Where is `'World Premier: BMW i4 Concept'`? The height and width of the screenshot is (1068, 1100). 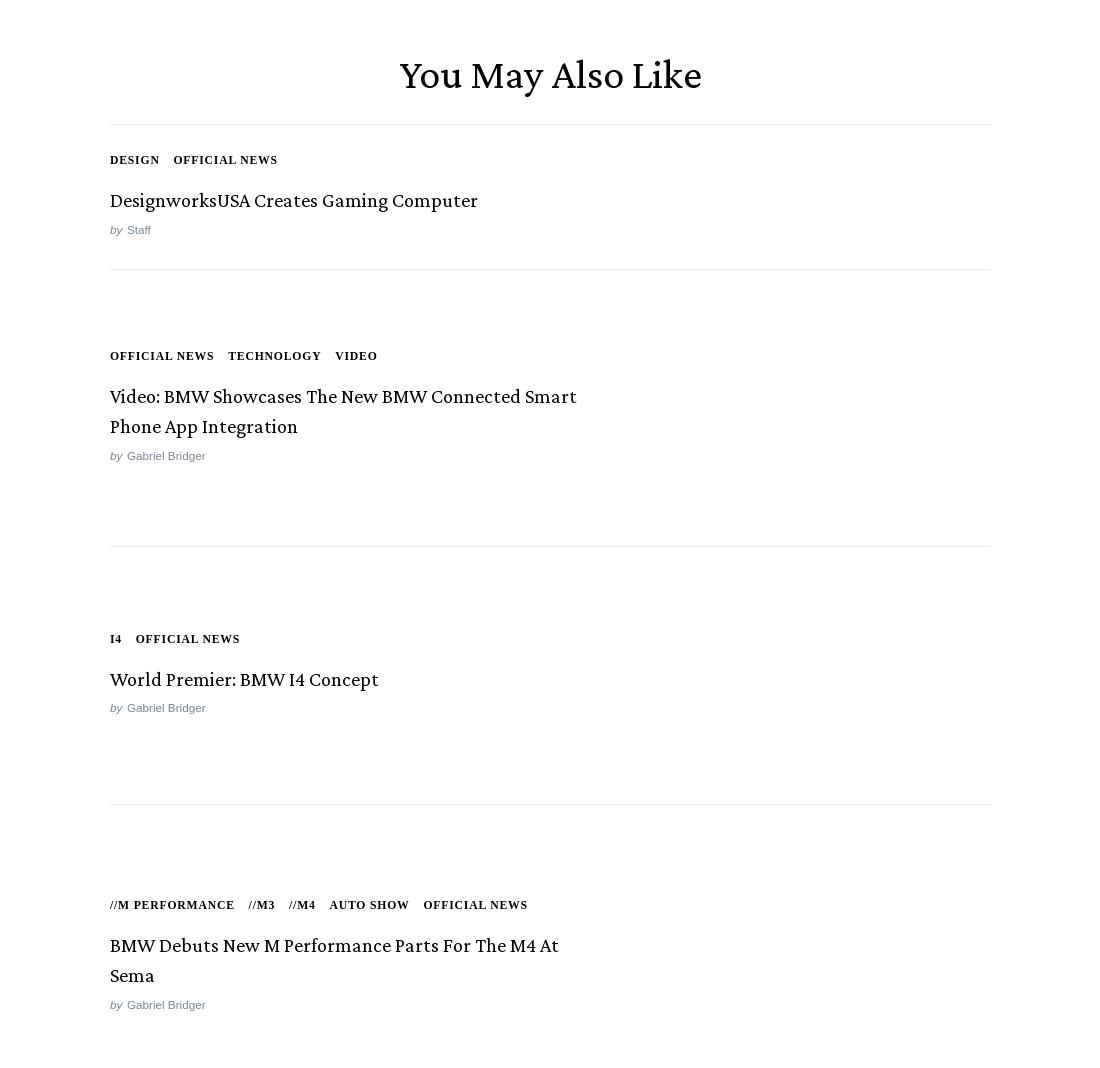
'World Premier: BMW i4 Concept' is located at coordinates (280, 680).